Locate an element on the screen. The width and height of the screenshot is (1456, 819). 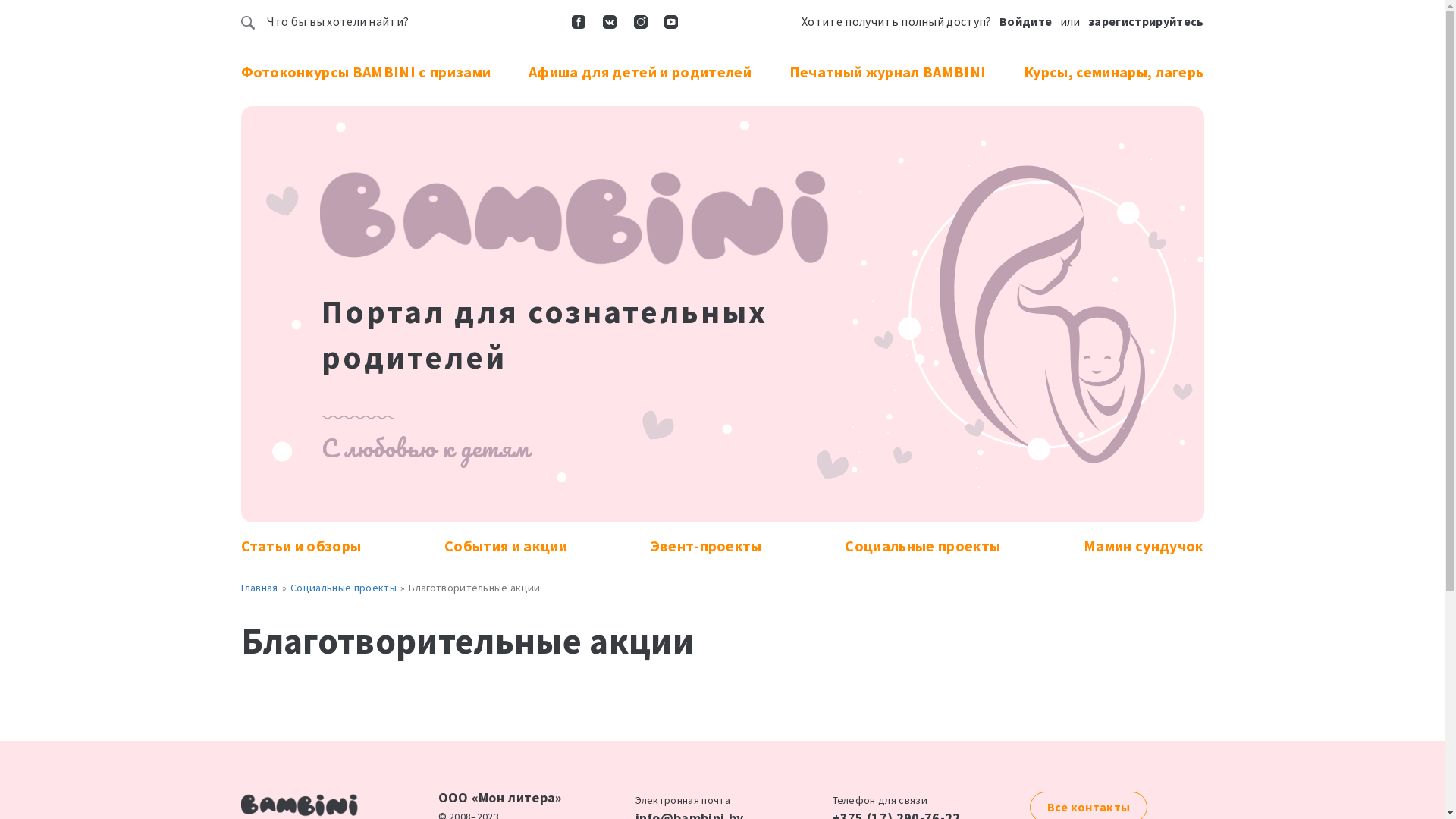
'Facebook' is located at coordinates (578, 27).